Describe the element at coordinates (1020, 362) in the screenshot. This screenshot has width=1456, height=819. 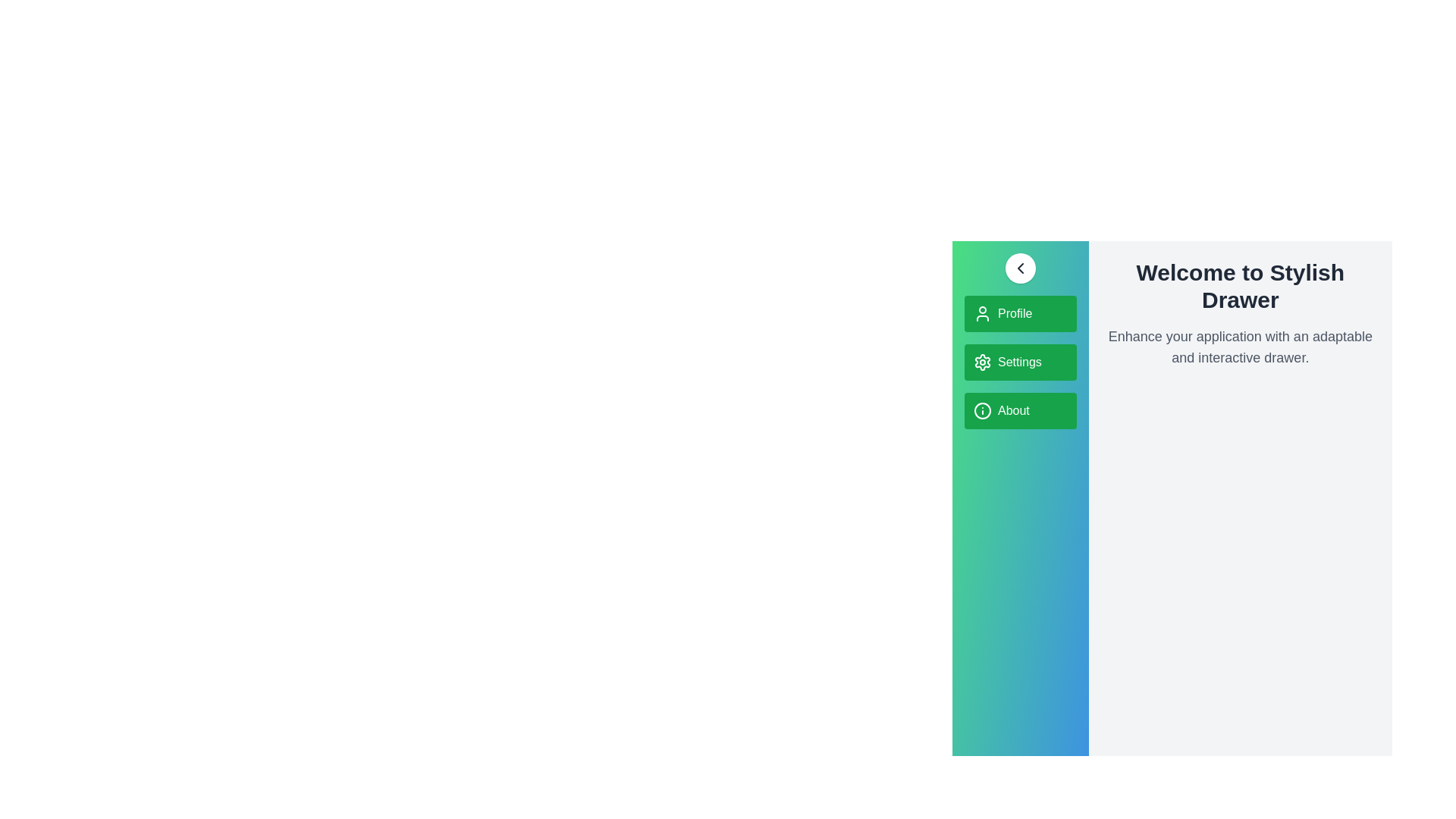
I see `the menu item Settings in the StylishDrawer` at that location.